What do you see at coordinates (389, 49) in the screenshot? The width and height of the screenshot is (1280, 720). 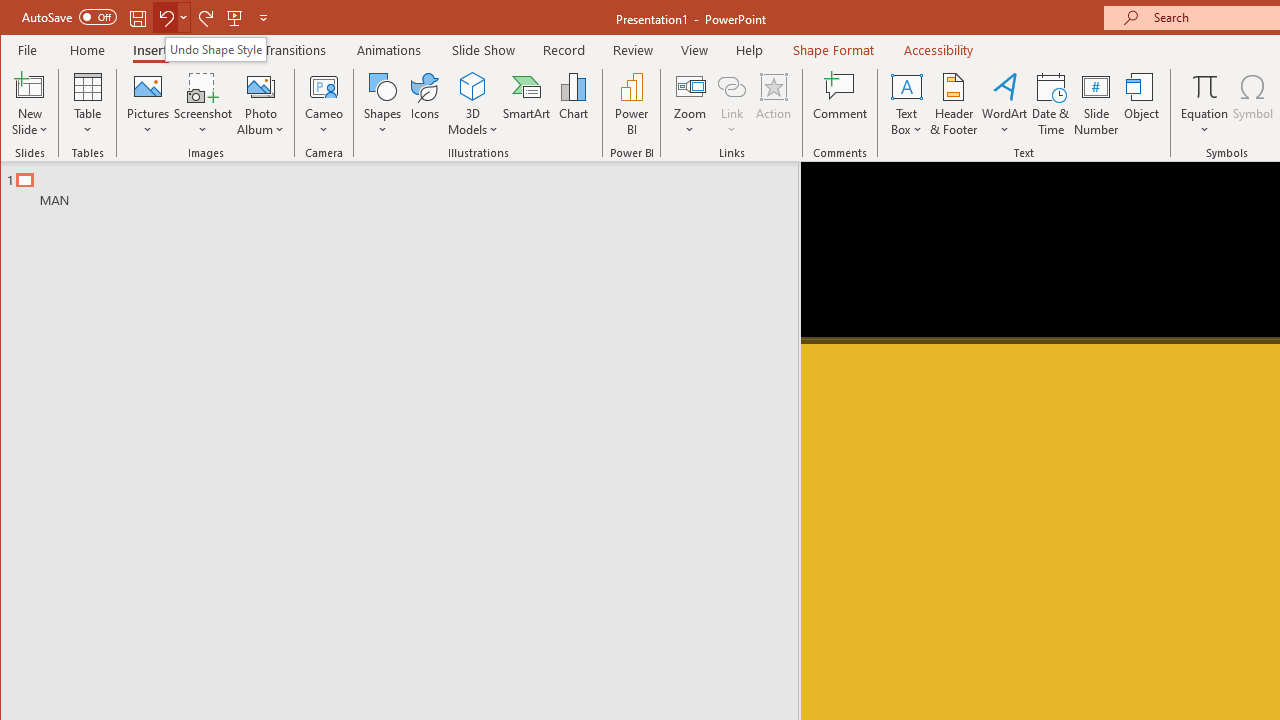 I see `'Animations'` at bounding box center [389, 49].